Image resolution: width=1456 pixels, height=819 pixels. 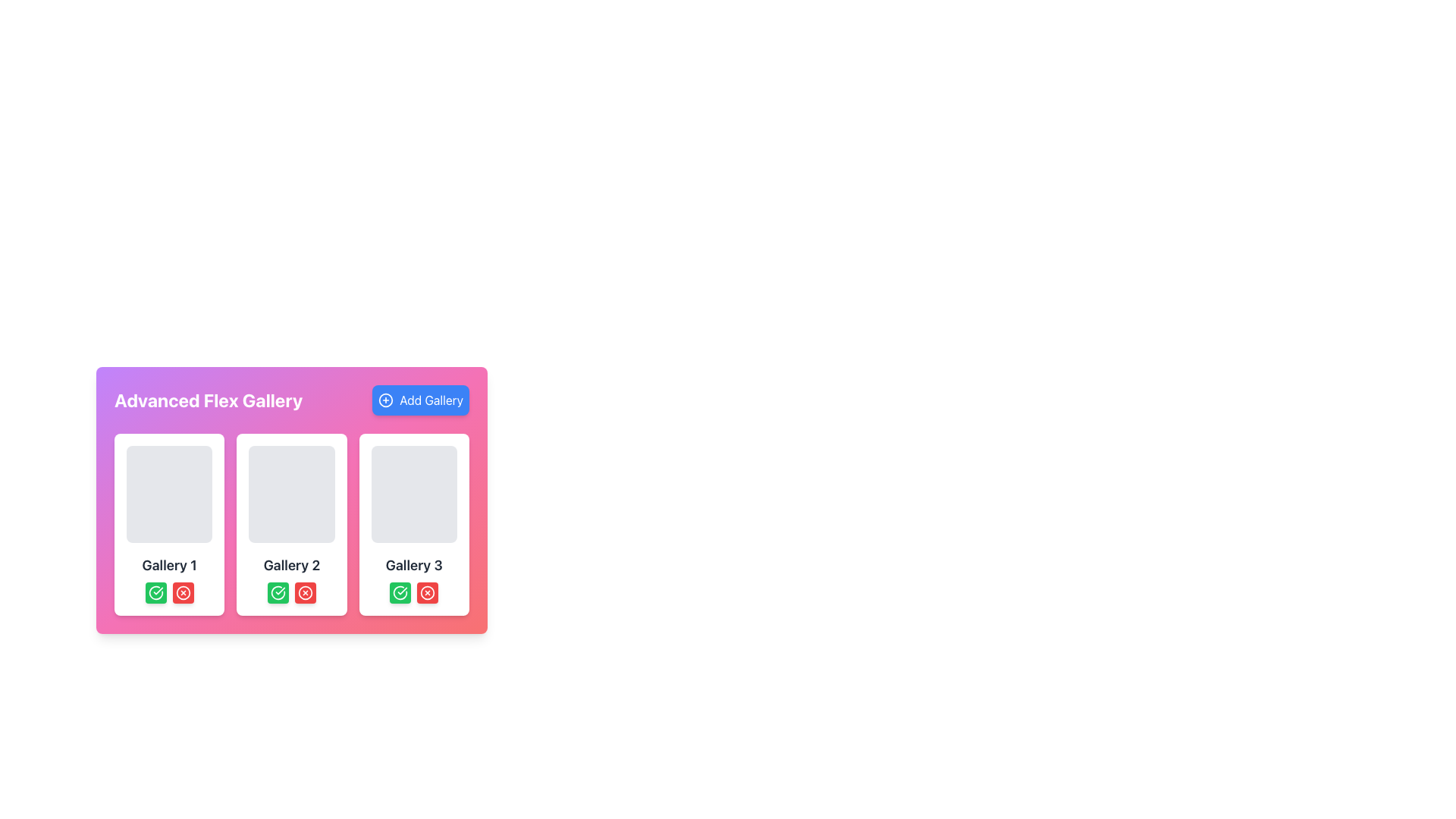 I want to click on the red circular icon button located at the bottom-right corner of the first gallery card, so click(x=182, y=592).